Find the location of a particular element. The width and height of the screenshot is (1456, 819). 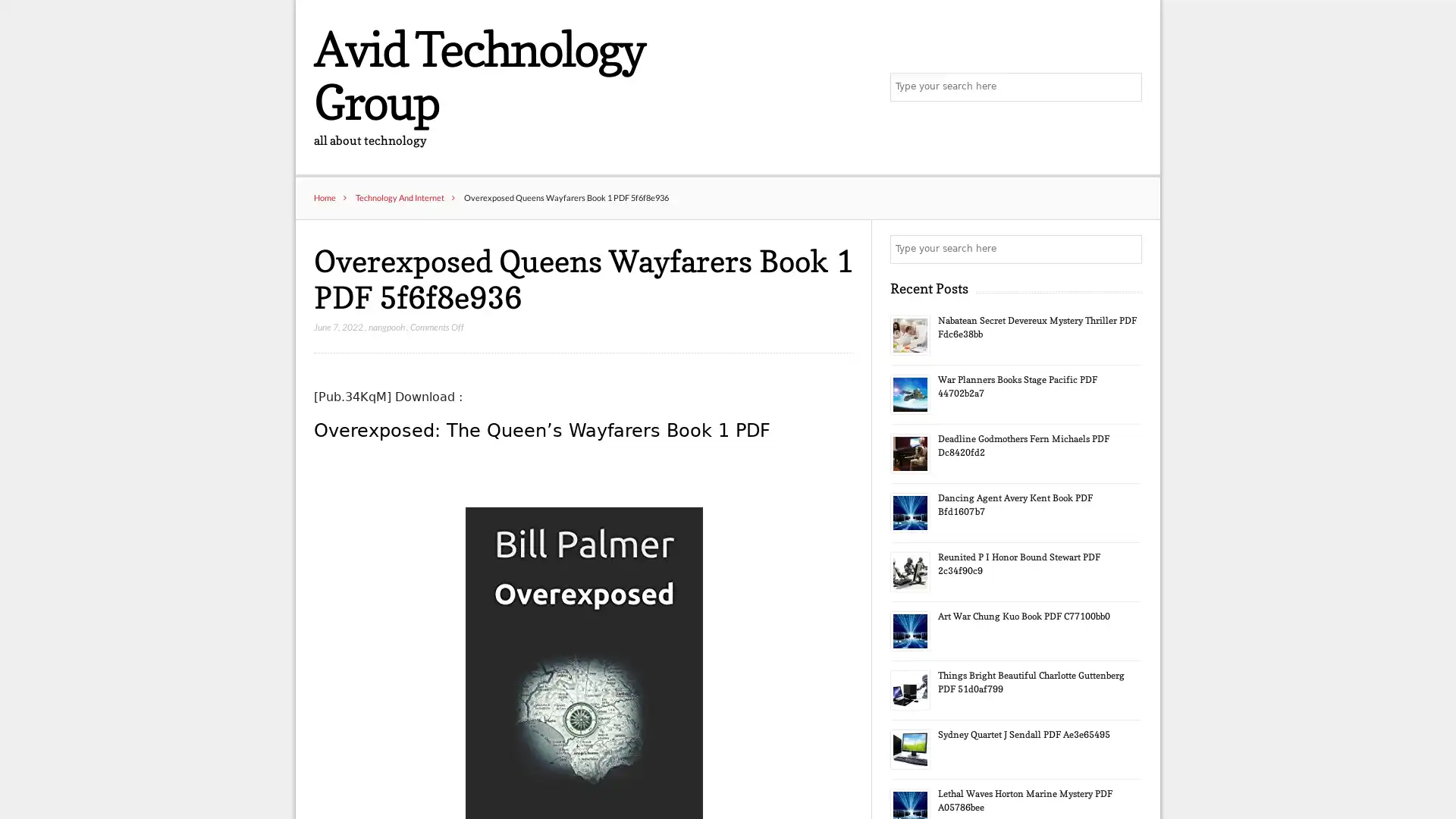

Search is located at coordinates (1126, 249).